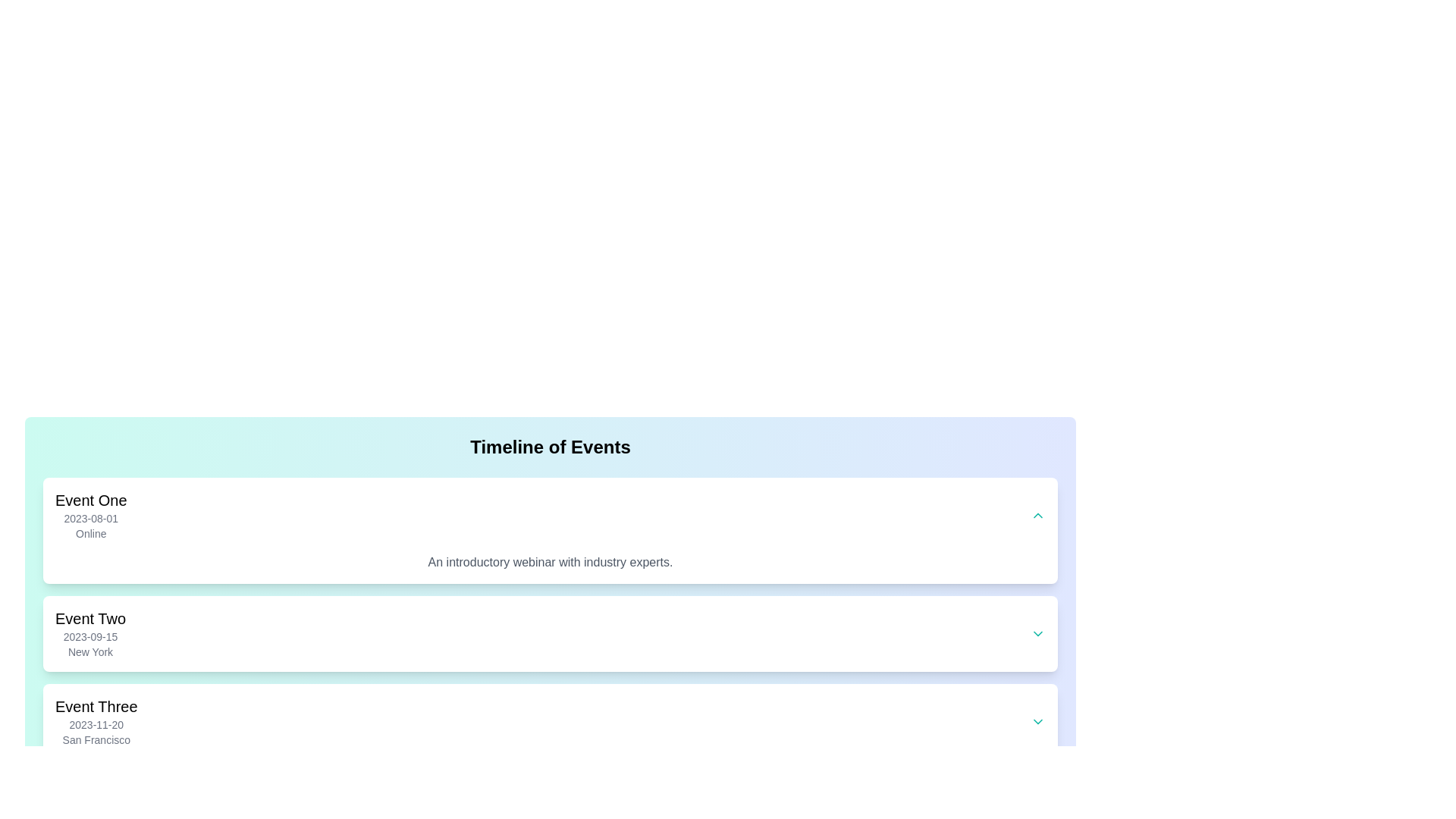  Describe the element at coordinates (549, 562) in the screenshot. I see `the Text Label element that reads 'An introductory webinar with industry experts.' located under 'Event One'` at that location.